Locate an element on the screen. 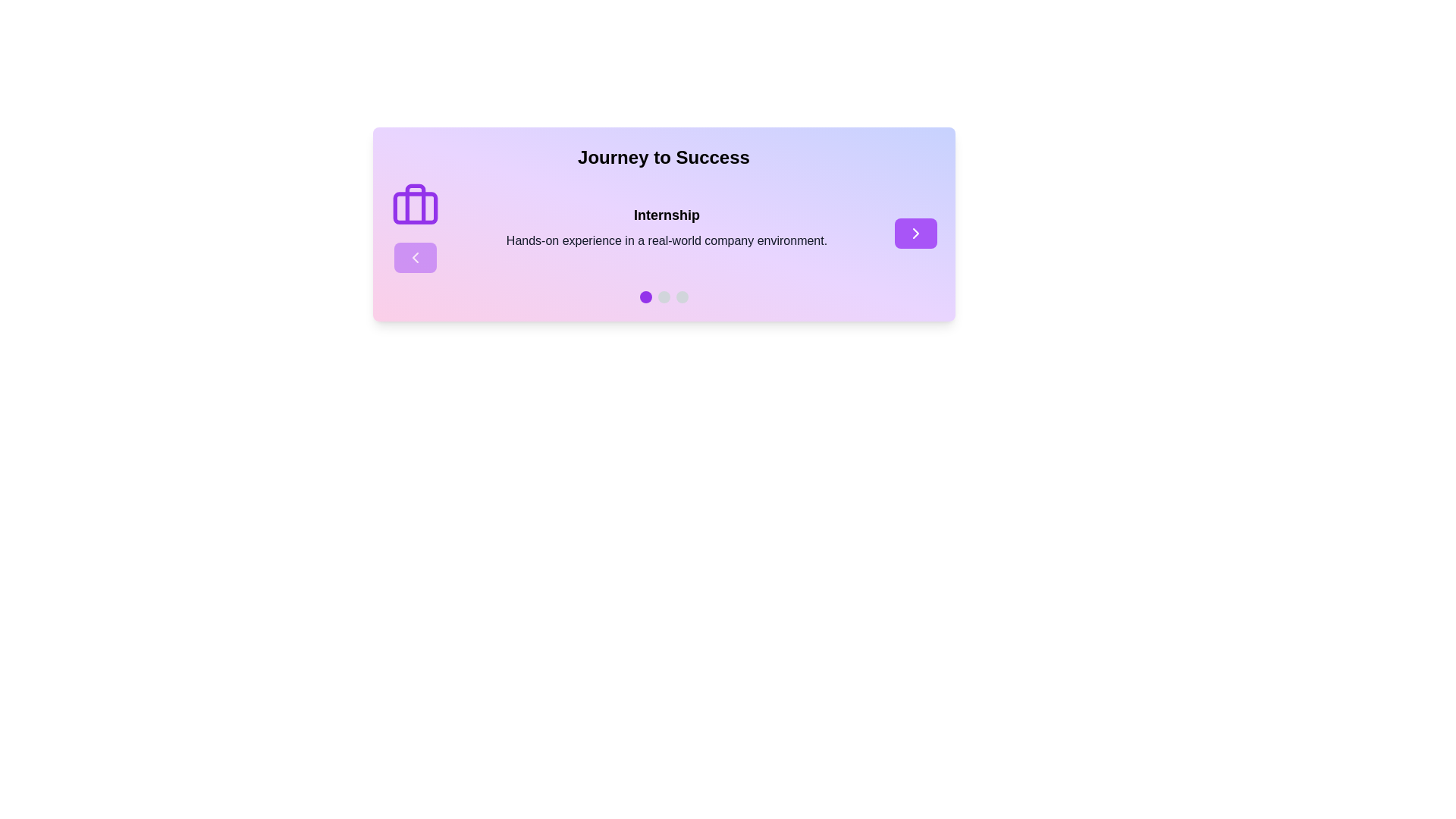  the large, bold text element reading 'Journey to Success', which is centered at the top of the component and styled against a gradient background is located at coordinates (664, 158).